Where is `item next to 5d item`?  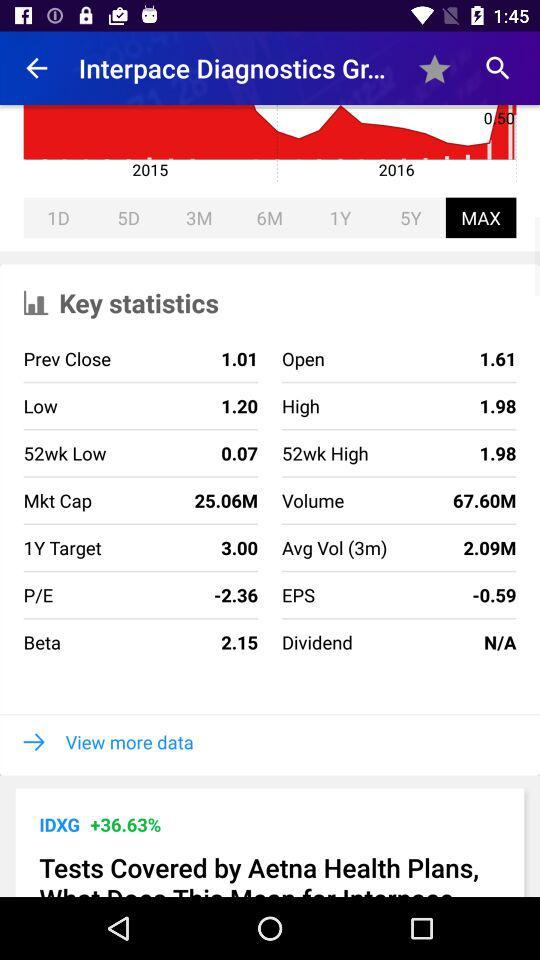
item next to 5d item is located at coordinates (58, 217).